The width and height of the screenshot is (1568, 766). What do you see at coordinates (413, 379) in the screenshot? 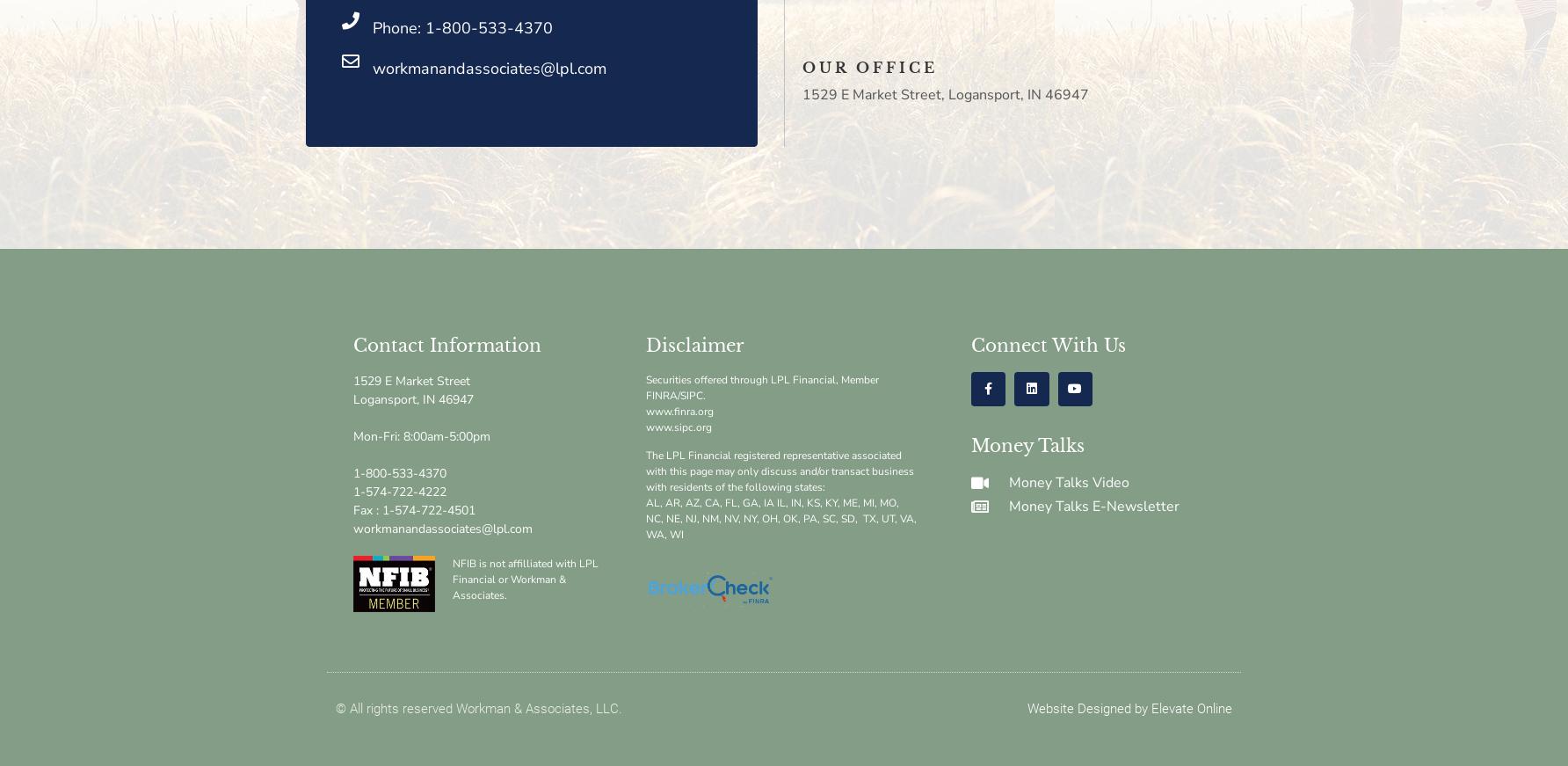
I see `'1529 E Market Street'` at bounding box center [413, 379].